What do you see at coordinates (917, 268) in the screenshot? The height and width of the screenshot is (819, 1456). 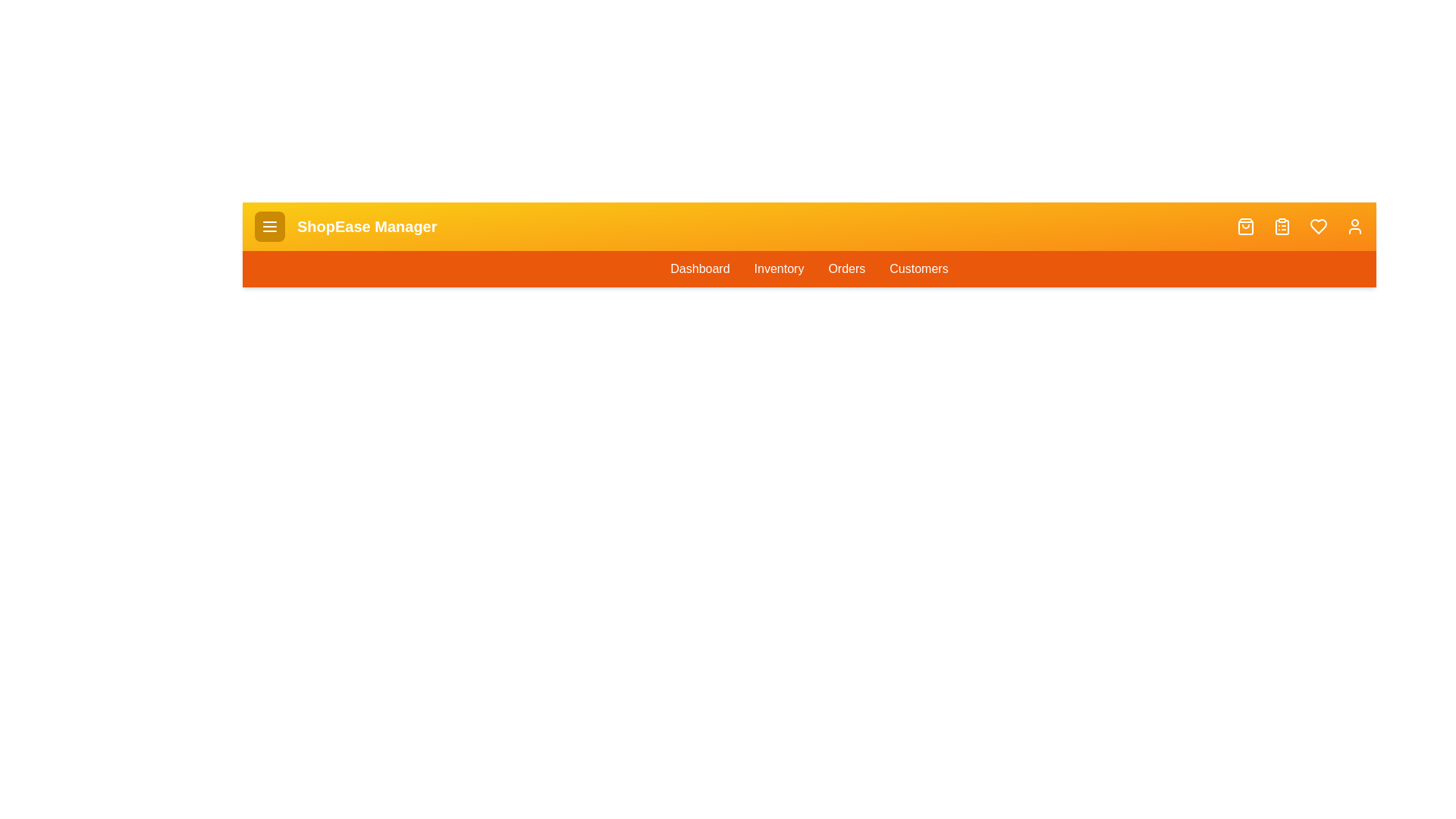 I see `the navigation link for Customers to navigate to the respective section` at bounding box center [917, 268].